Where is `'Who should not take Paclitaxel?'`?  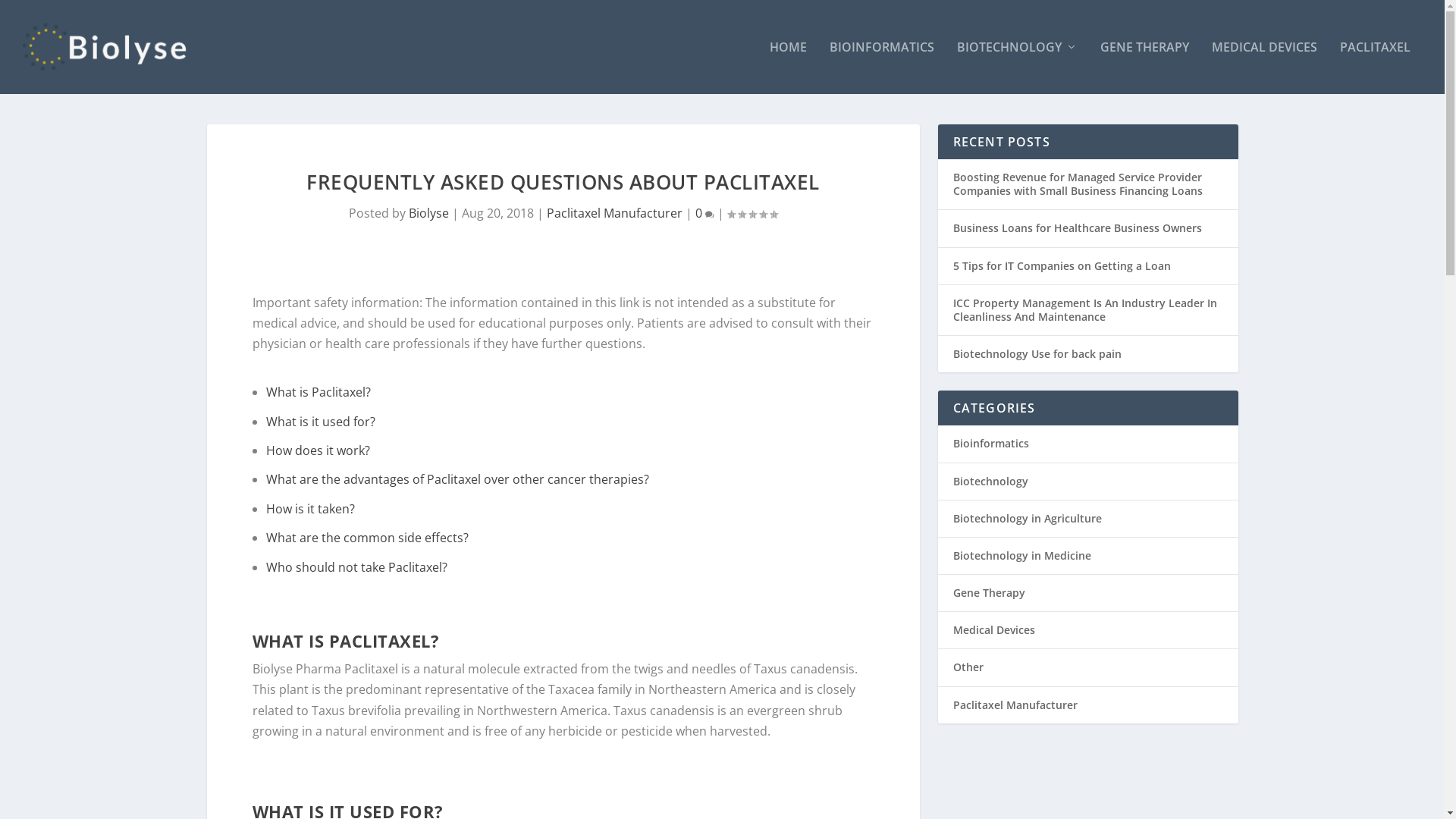 'Who should not take Paclitaxel?' is located at coordinates (356, 567).